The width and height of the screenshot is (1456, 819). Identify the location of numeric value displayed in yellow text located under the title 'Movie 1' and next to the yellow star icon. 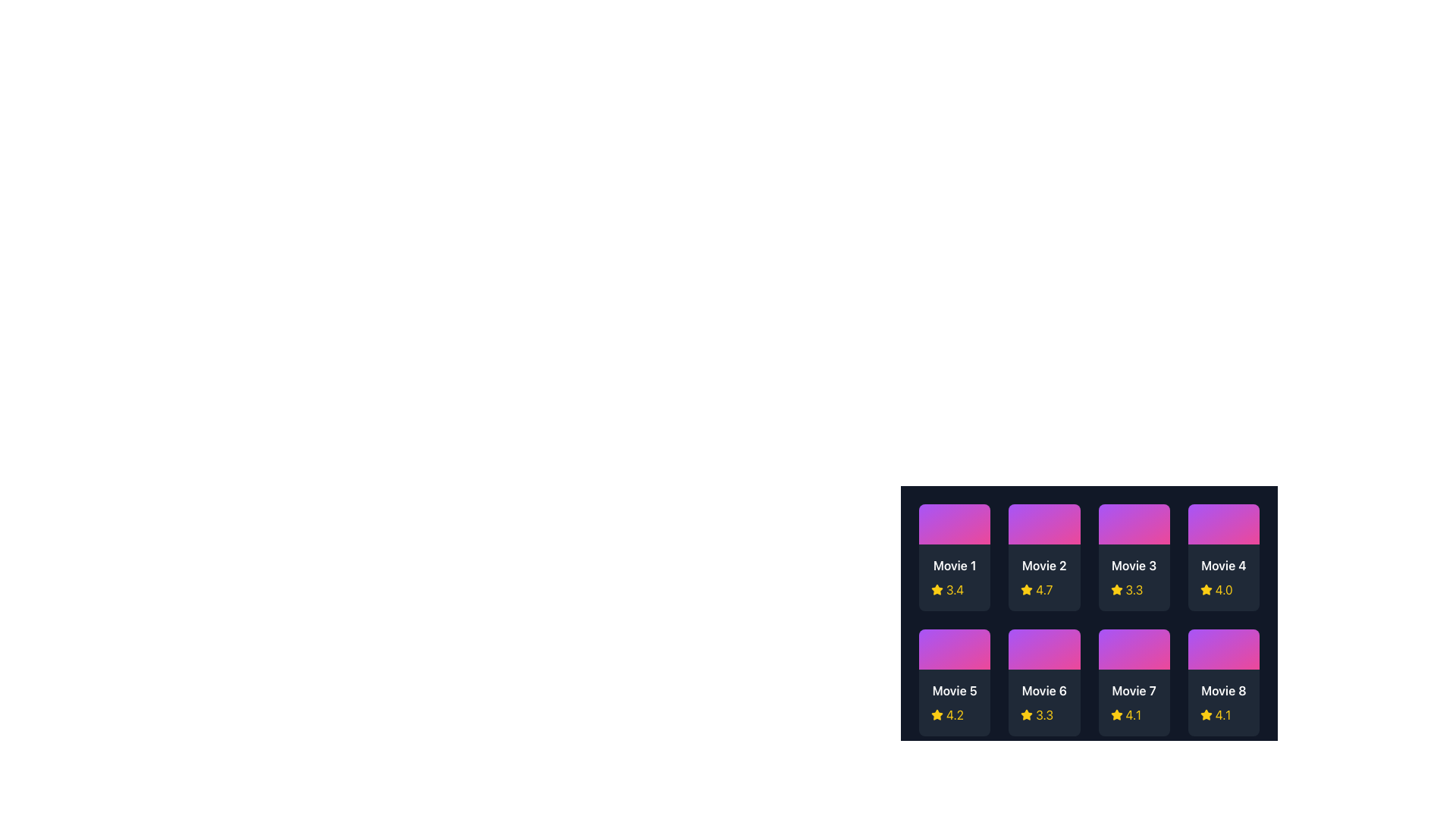
(954, 589).